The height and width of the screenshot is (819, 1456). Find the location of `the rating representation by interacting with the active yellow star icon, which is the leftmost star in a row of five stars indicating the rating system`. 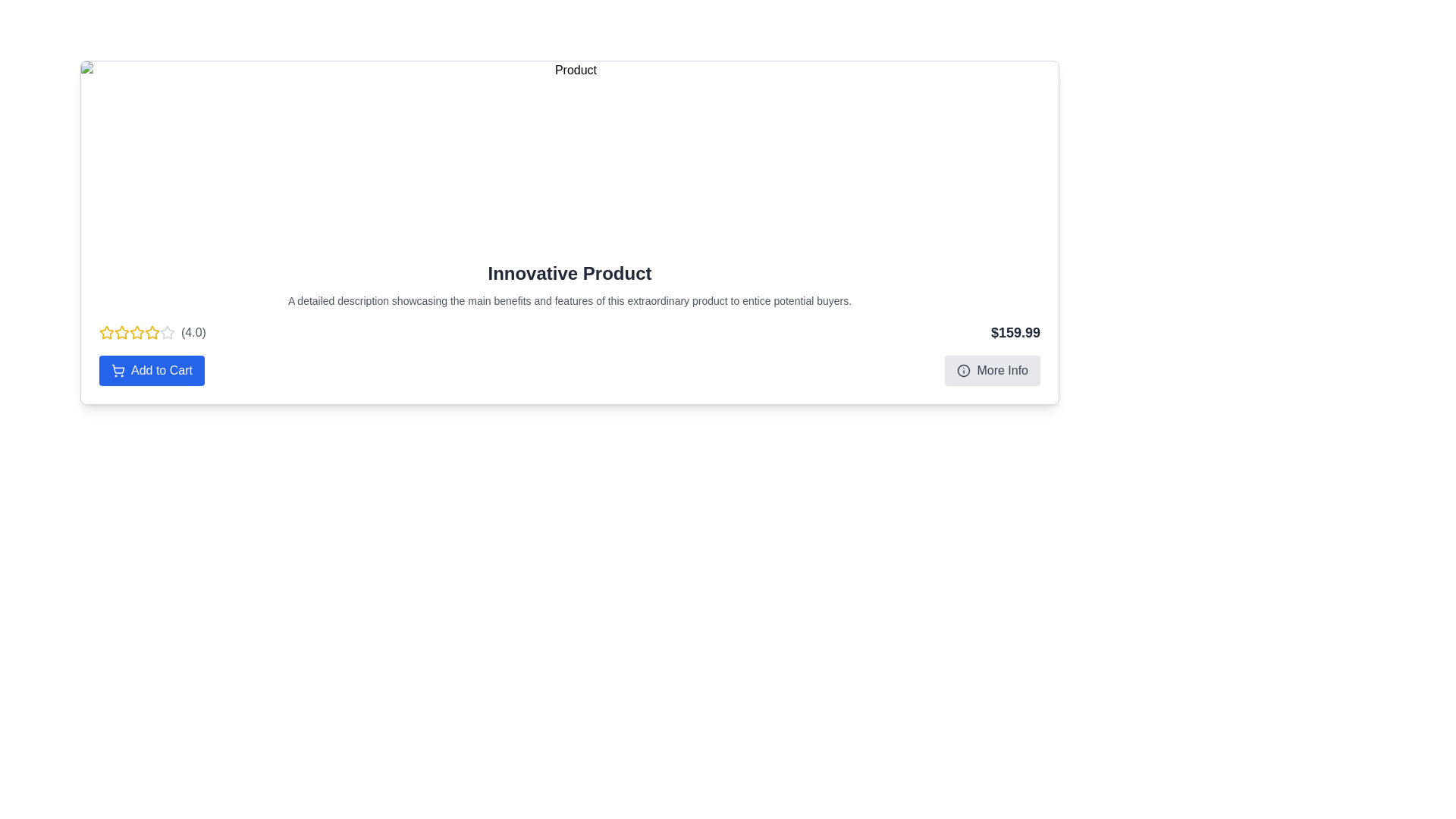

the rating representation by interacting with the active yellow star icon, which is the leftmost star in a row of five stars indicating the rating system is located at coordinates (105, 332).